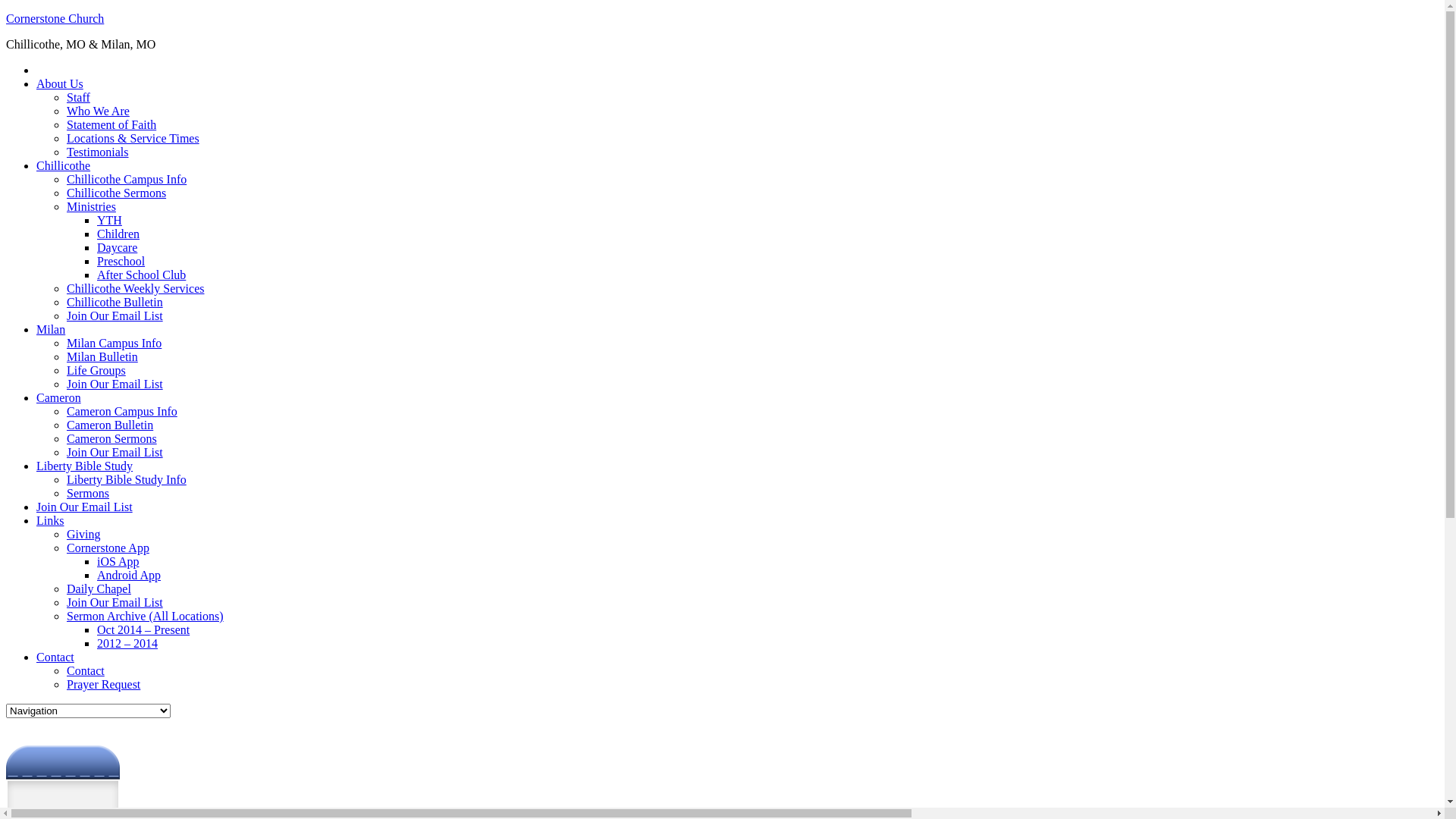 The height and width of the screenshot is (819, 1456). What do you see at coordinates (141, 275) in the screenshot?
I see `'After School Club'` at bounding box center [141, 275].